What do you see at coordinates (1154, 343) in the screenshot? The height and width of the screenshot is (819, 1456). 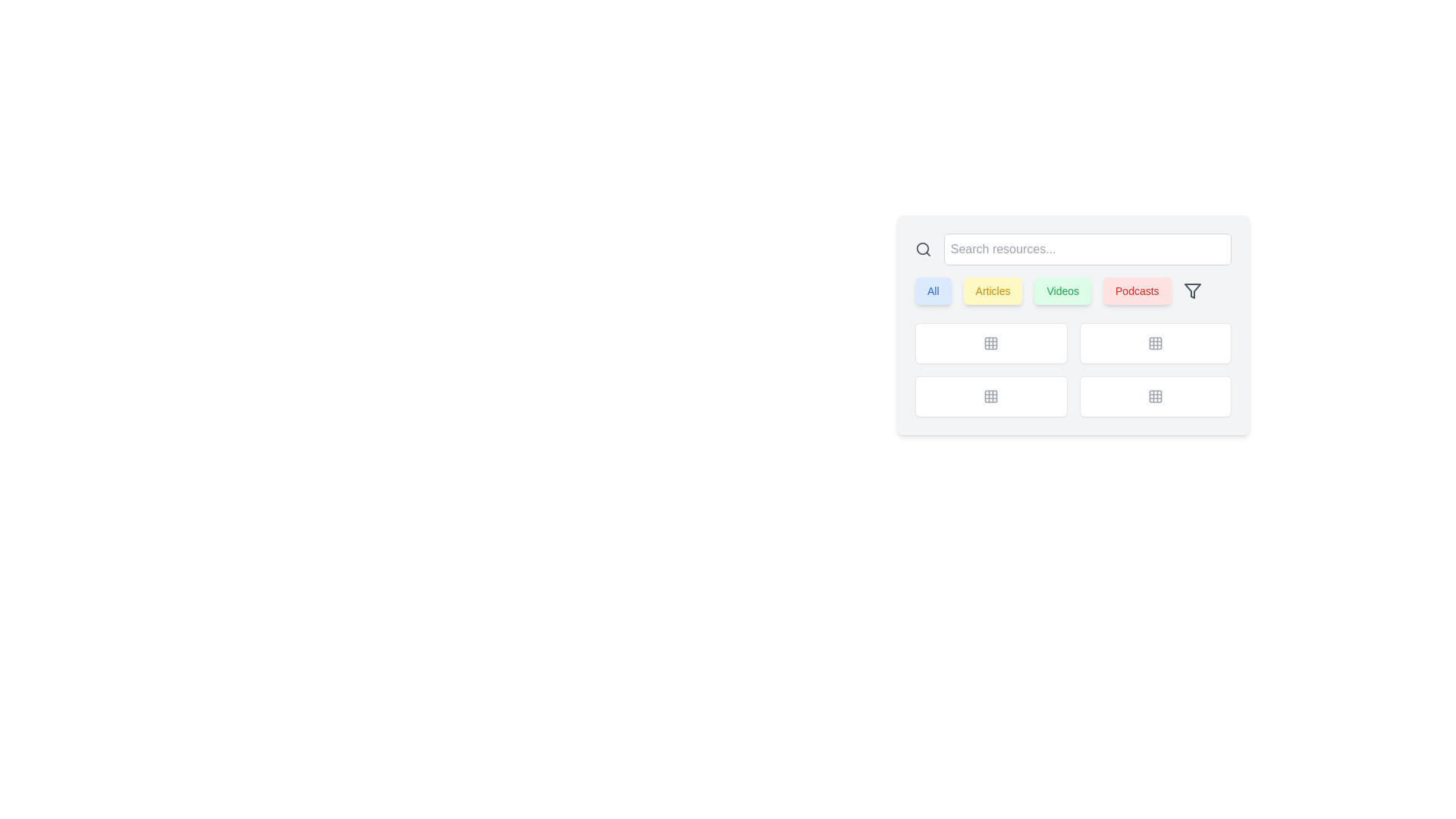 I see `the top-left square of the grid icon, which is part of a control or navigation panel, positioned to the right of large labeled buttons` at bounding box center [1154, 343].